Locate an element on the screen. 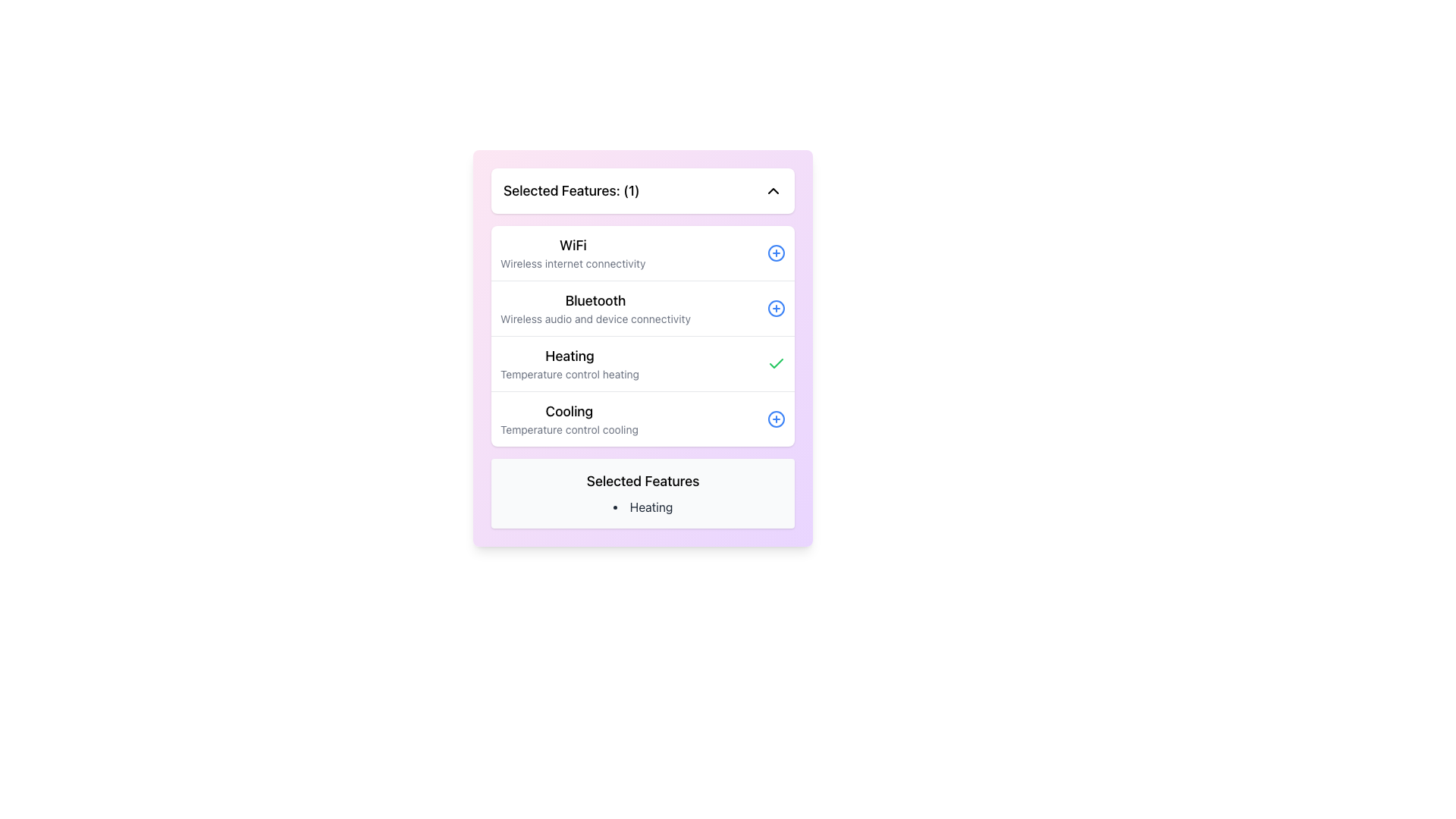  the control button icon for the 'Cooling' feature located at the bottom of the feature list is located at coordinates (776, 419).